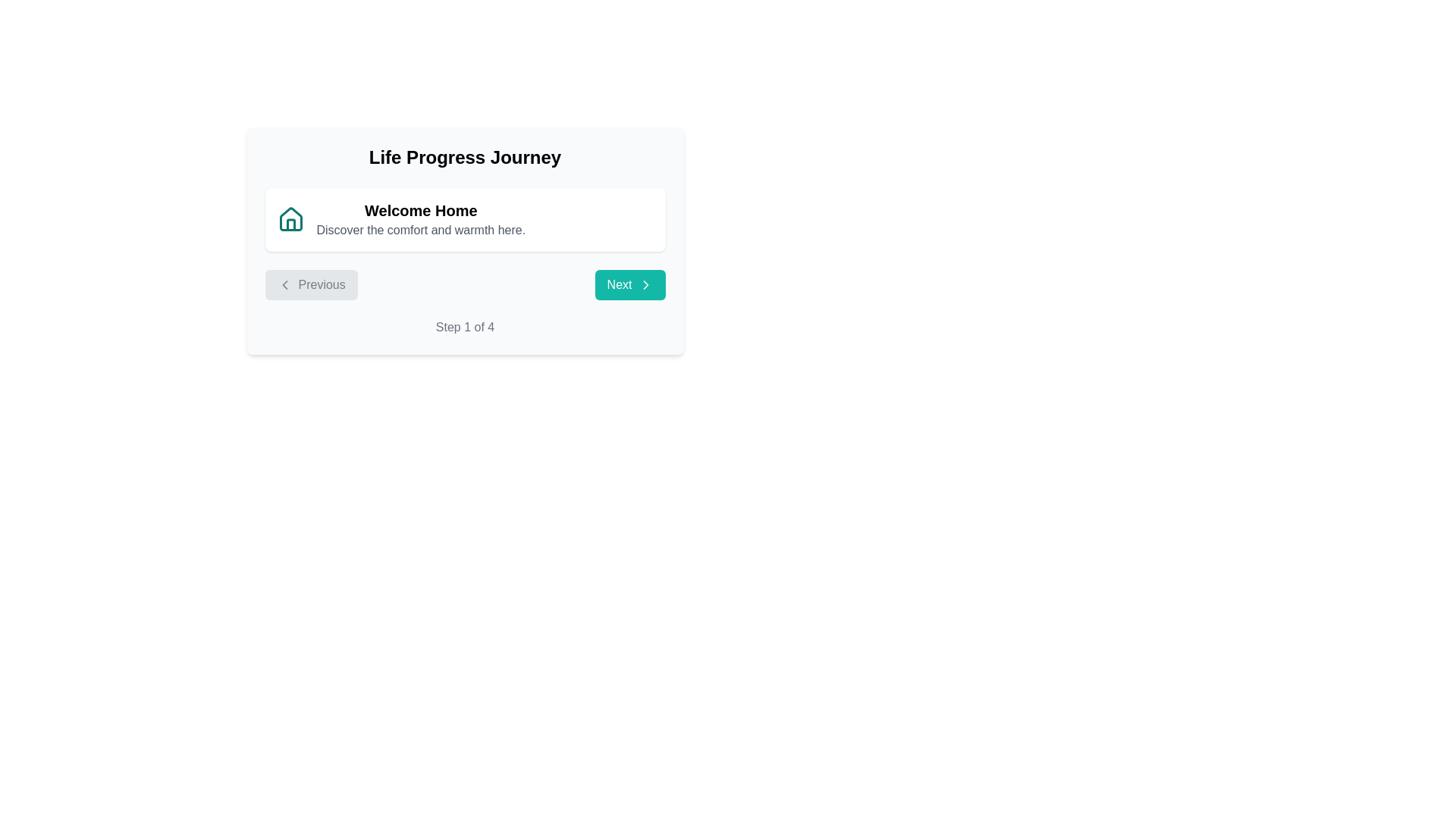 This screenshot has height=819, width=1456. Describe the element at coordinates (421, 219) in the screenshot. I see `the welcome message displayed in the central text block, which consists of a title and a subtitle description introducing the content of the page` at that location.